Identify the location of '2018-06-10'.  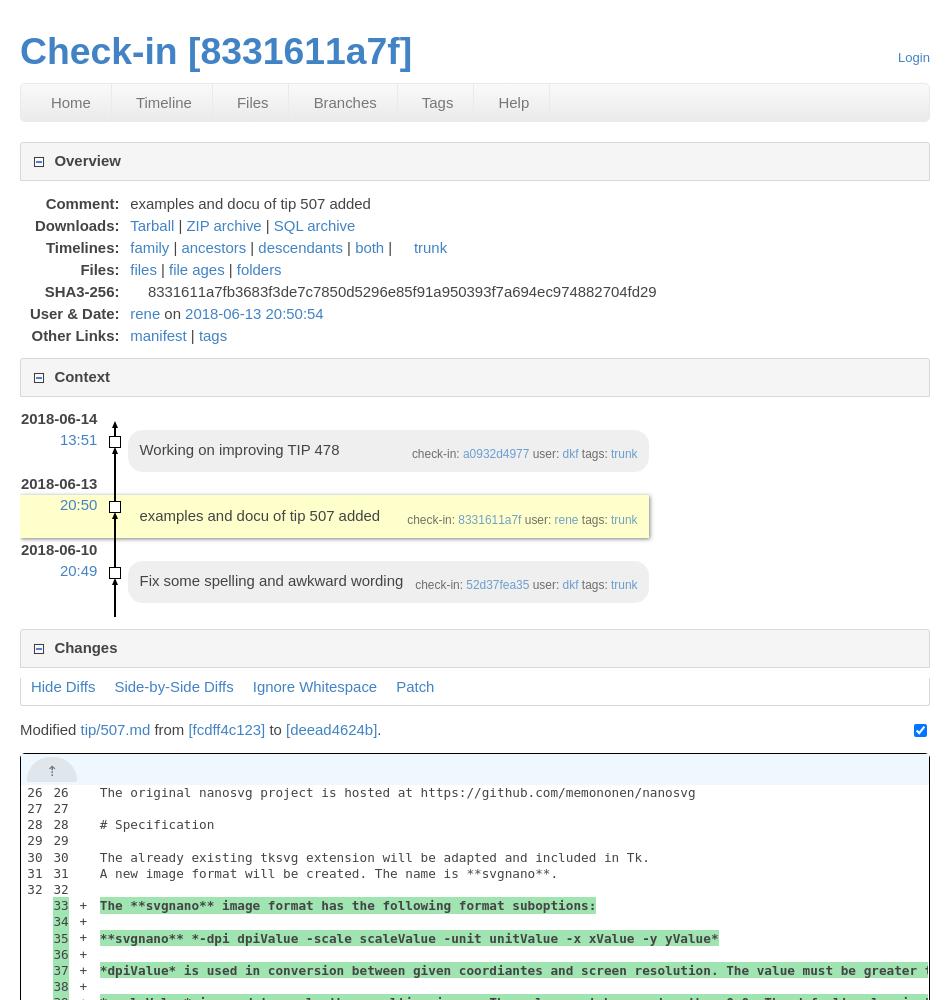
(20, 548).